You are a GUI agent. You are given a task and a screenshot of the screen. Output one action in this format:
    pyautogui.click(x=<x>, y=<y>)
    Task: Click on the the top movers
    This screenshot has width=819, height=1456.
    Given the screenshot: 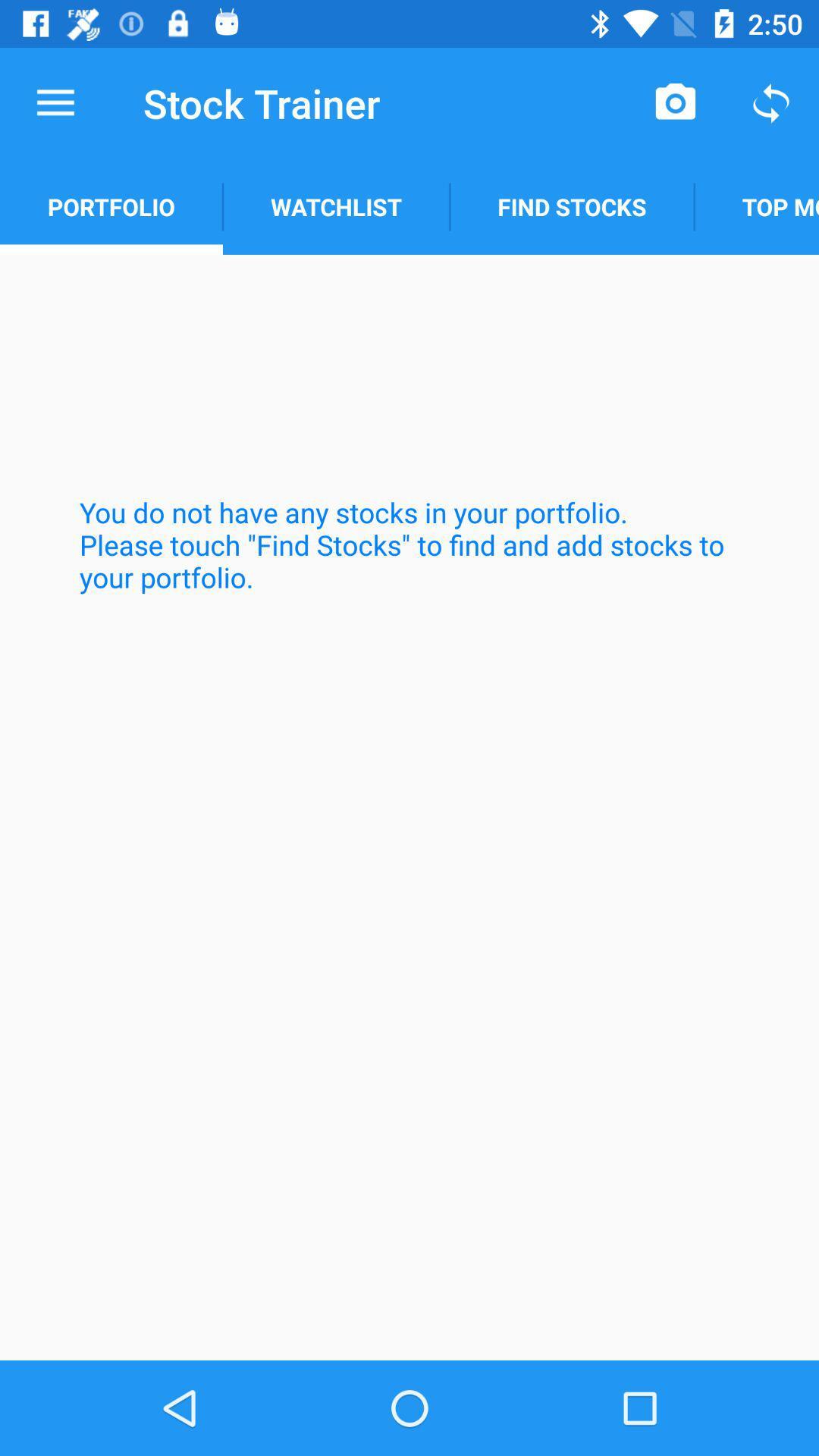 What is the action you would take?
    pyautogui.click(x=756, y=206)
    